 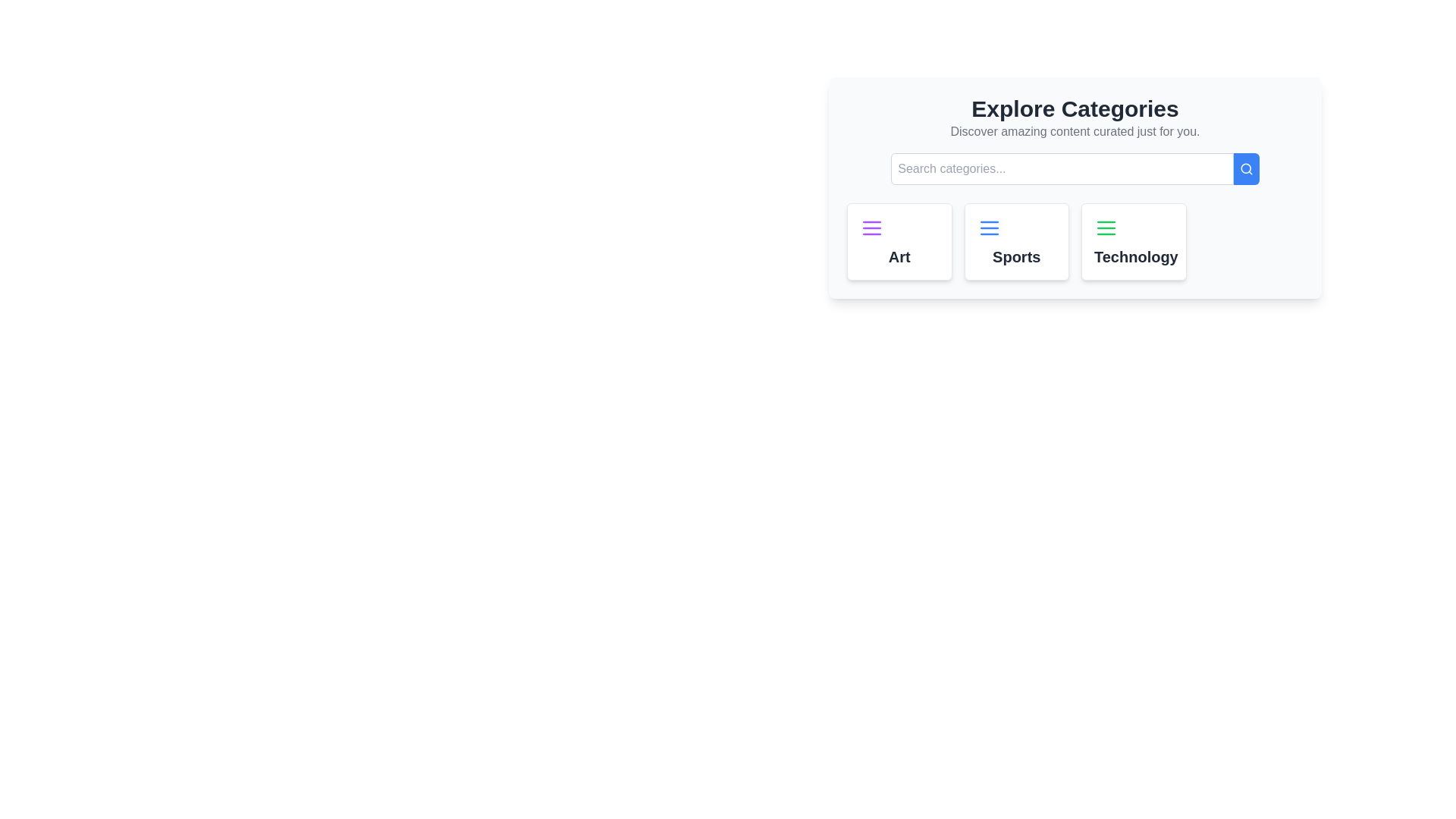 What do you see at coordinates (1134, 241) in the screenshot?
I see `the 'Technology' category card, which is the third card in a grid layout, positioned to the right of the 'Sports' card` at bounding box center [1134, 241].